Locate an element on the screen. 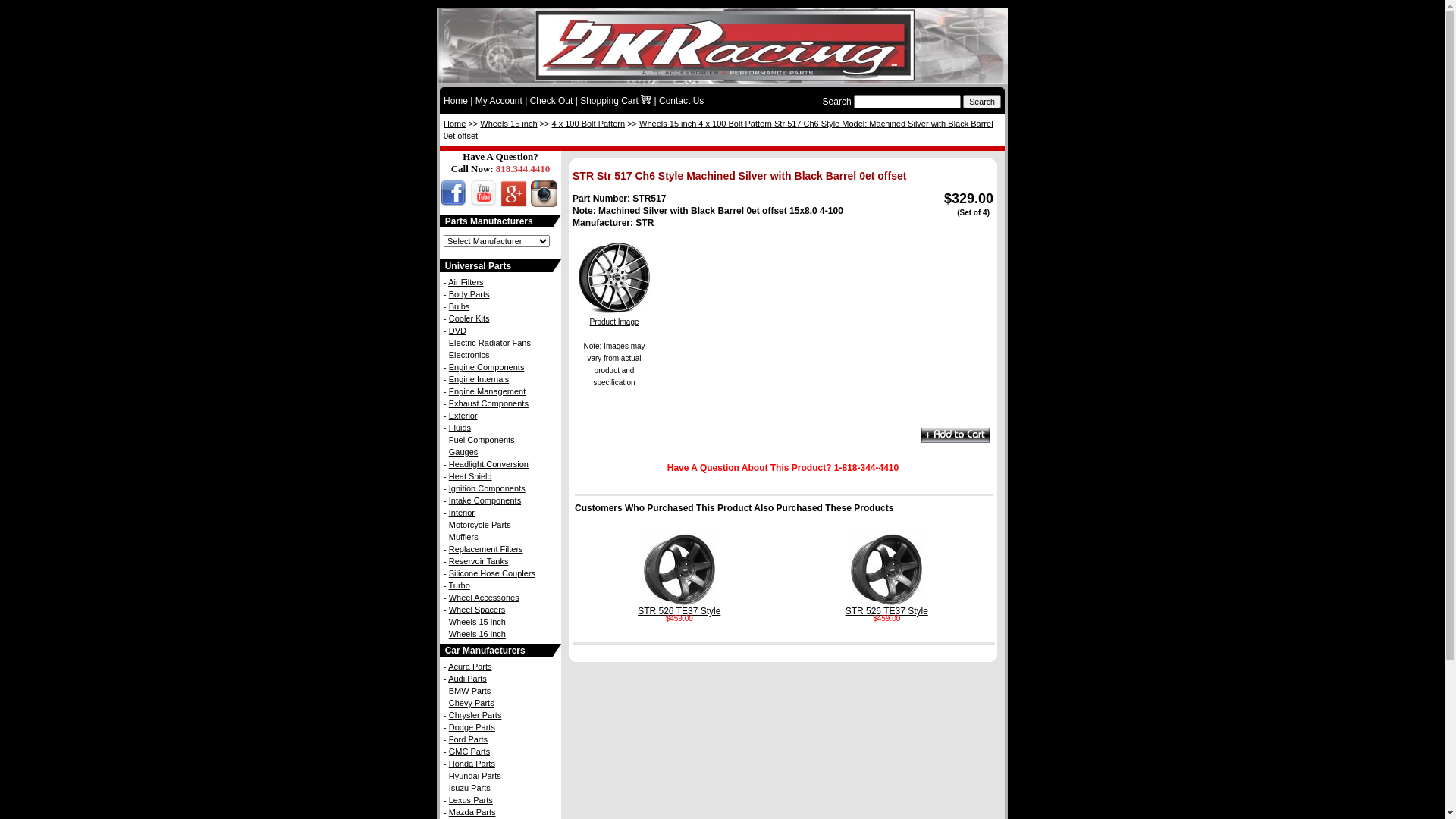 The width and height of the screenshot is (1456, 819). 'Motorcycle Parts' is located at coordinates (479, 523).